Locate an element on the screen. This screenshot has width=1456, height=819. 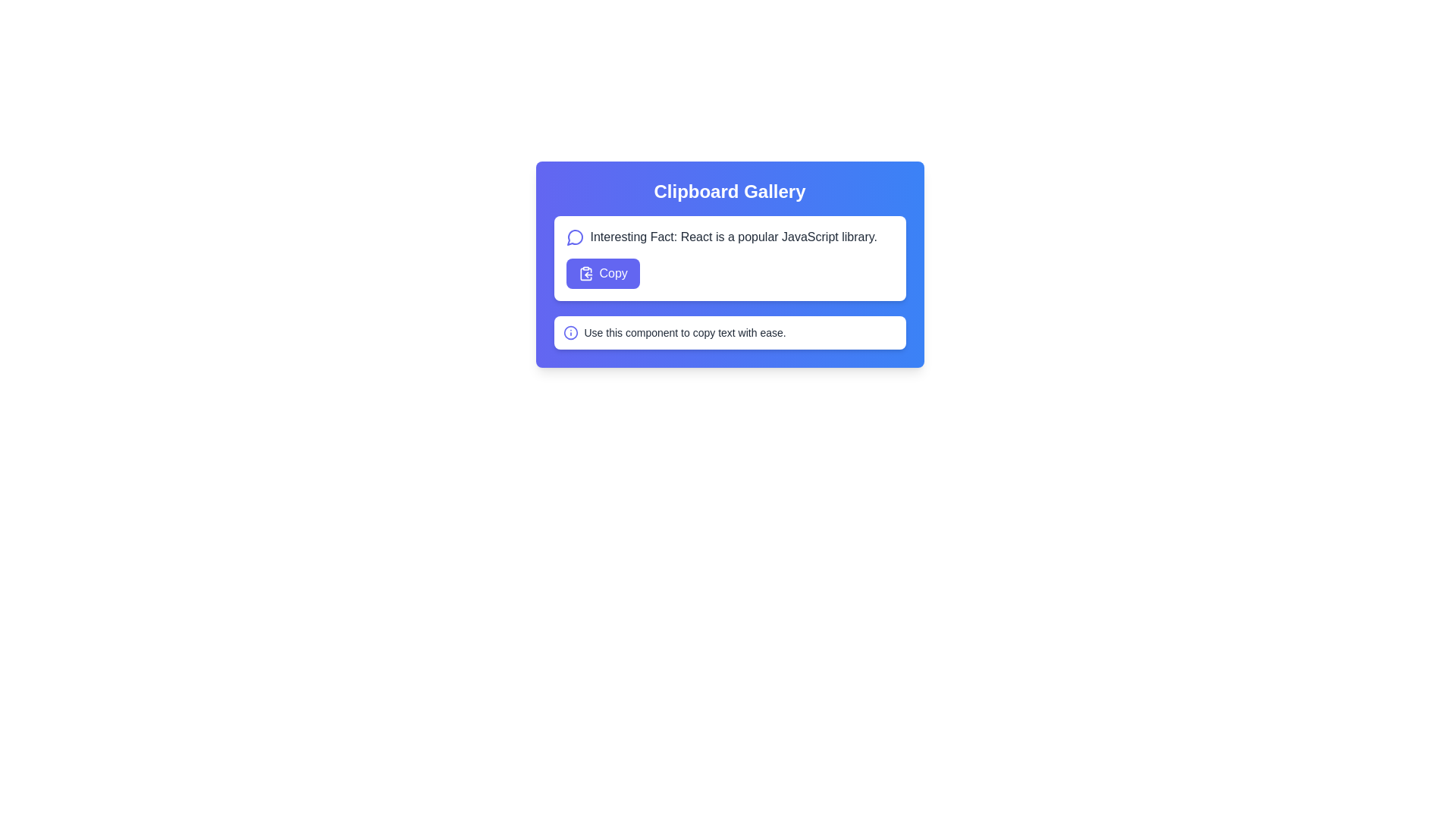
the 'Copy' button which is styled with an indigo background and contains the text 'Copy' in white, located slightly to the left of the center is located at coordinates (613, 274).